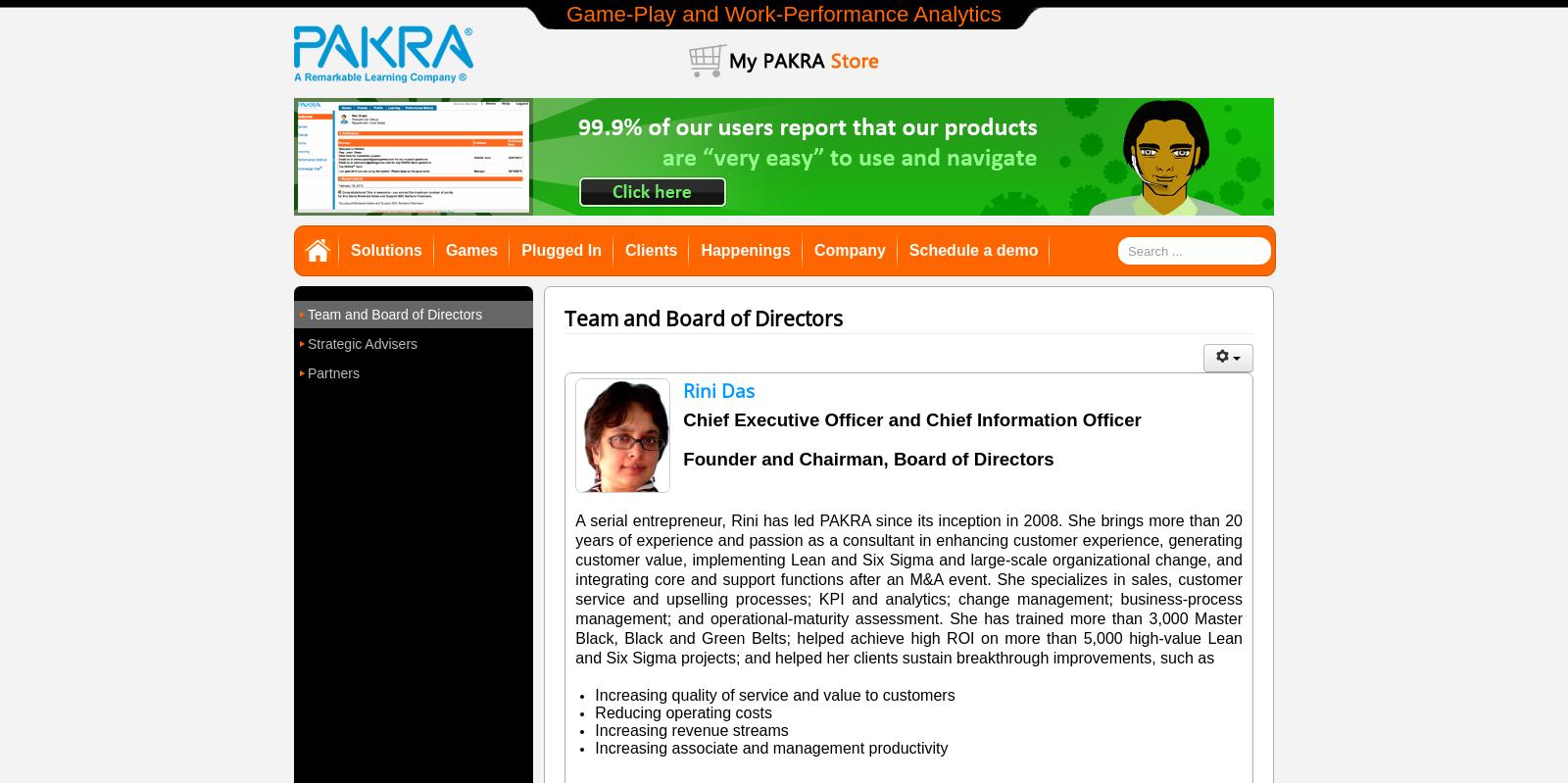  What do you see at coordinates (718, 390) in the screenshot?
I see `'Rini Das'` at bounding box center [718, 390].